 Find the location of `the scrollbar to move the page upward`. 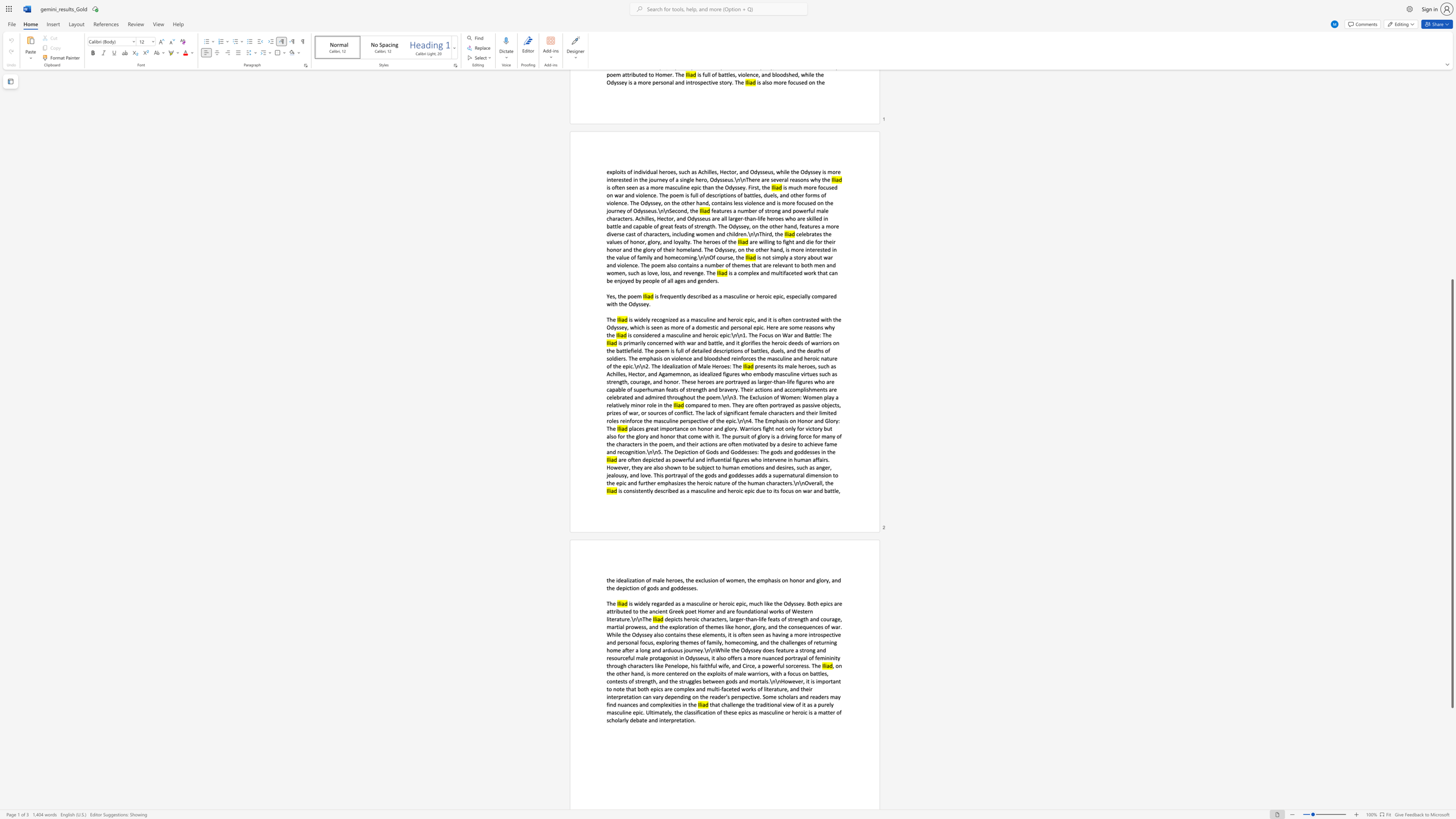

the scrollbar to move the page upward is located at coordinates (1451, 158).